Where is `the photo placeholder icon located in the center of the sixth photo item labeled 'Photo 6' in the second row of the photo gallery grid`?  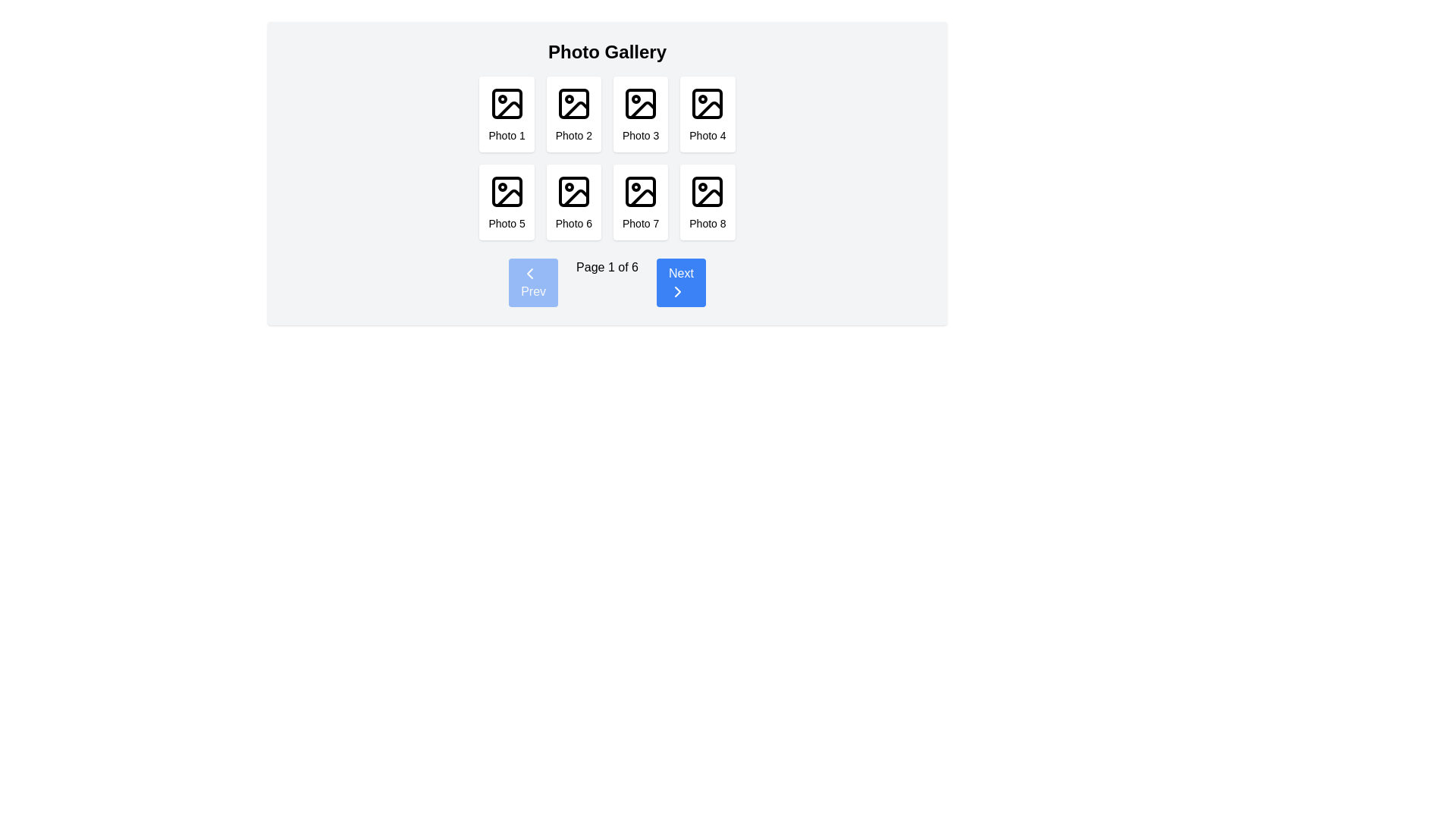 the photo placeholder icon located in the center of the sixth photo item labeled 'Photo 6' in the second row of the photo gallery grid is located at coordinates (573, 191).